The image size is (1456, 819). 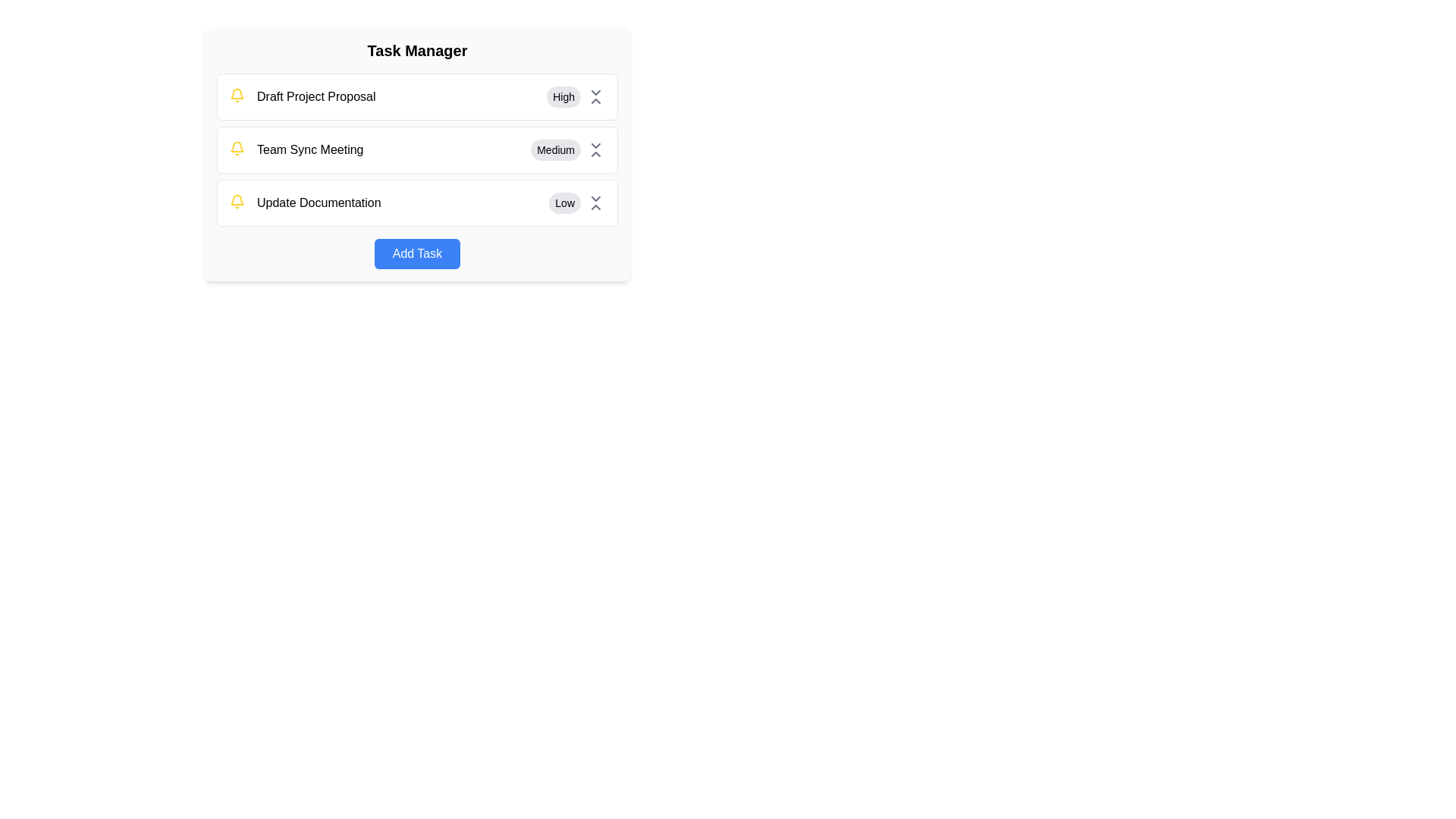 What do you see at coordinates (417, 149) in the screenshot?
I see `the 'Team Sync Meeting' task card in the Task Manager` at bounding box center [417, 149].